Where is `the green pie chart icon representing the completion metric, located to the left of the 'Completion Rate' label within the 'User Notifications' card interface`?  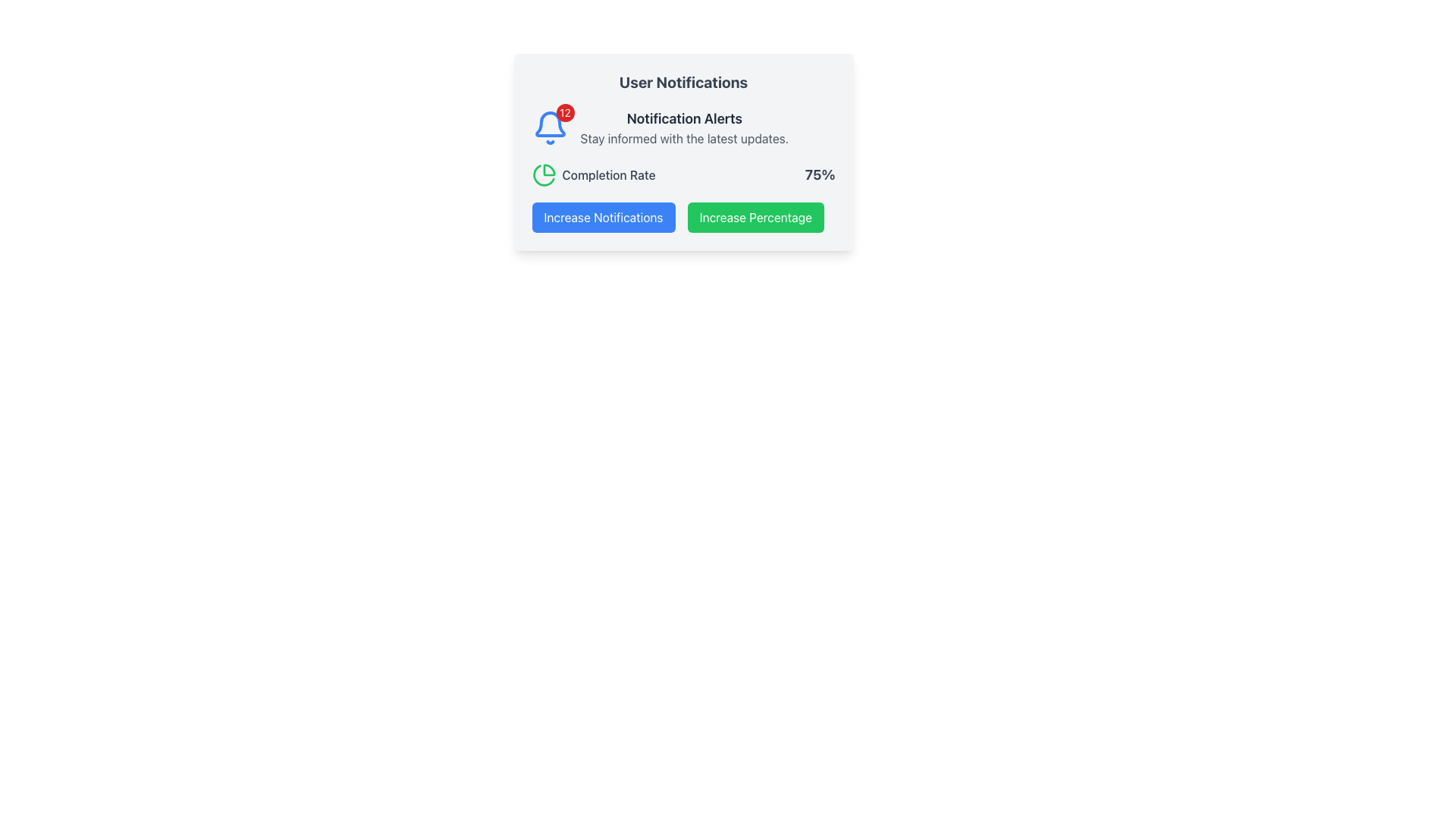
the green pie chart icon representing the completion metric, located to the left of the 'Completion Rate' label within the 'User Notifications' card interface is located at coordinates (544, 174).